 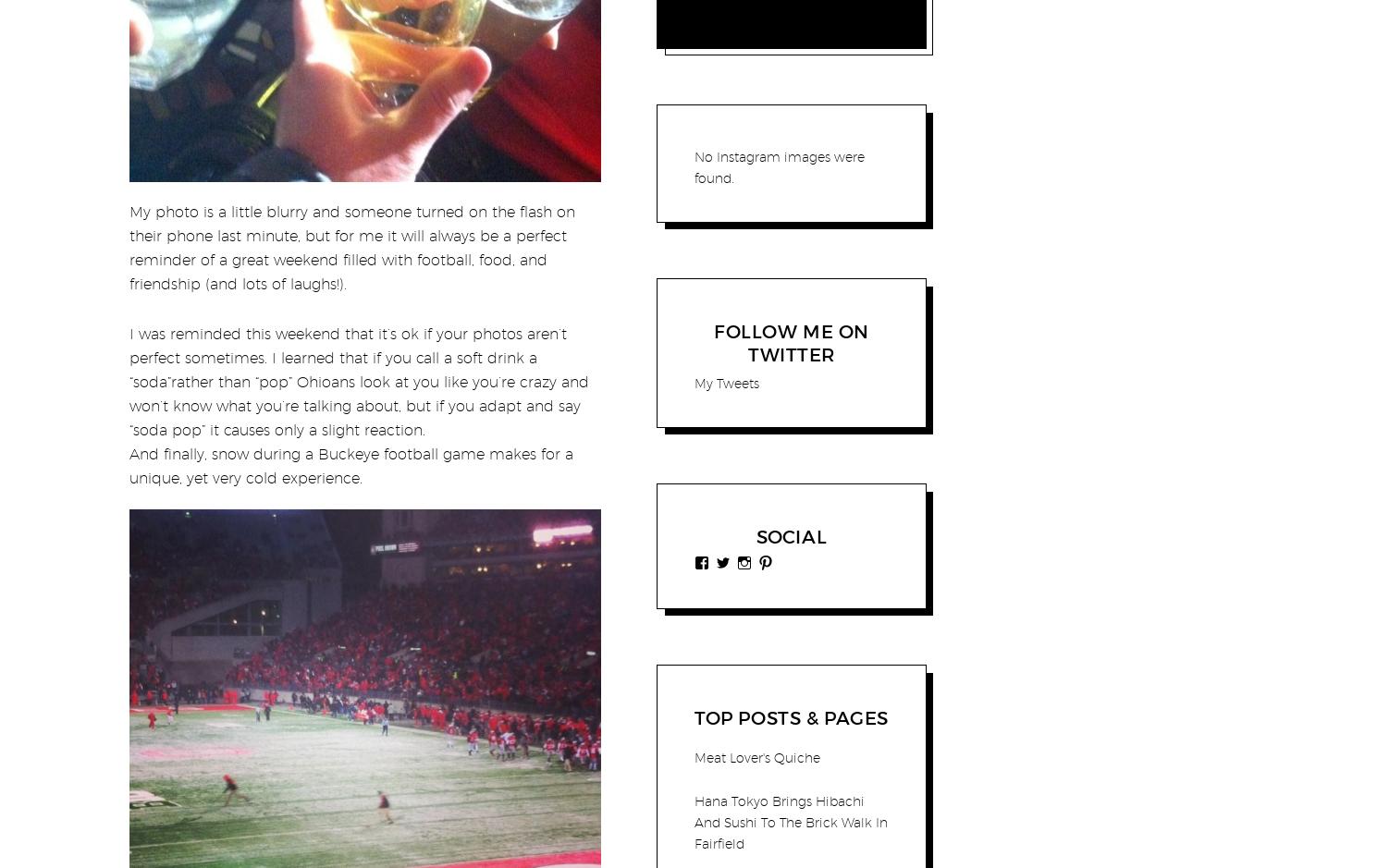 What do you see at coordinates (791, 717) in the screenshot?
I see `'Top Posts & Pages'` at bounding box center [791, 717].